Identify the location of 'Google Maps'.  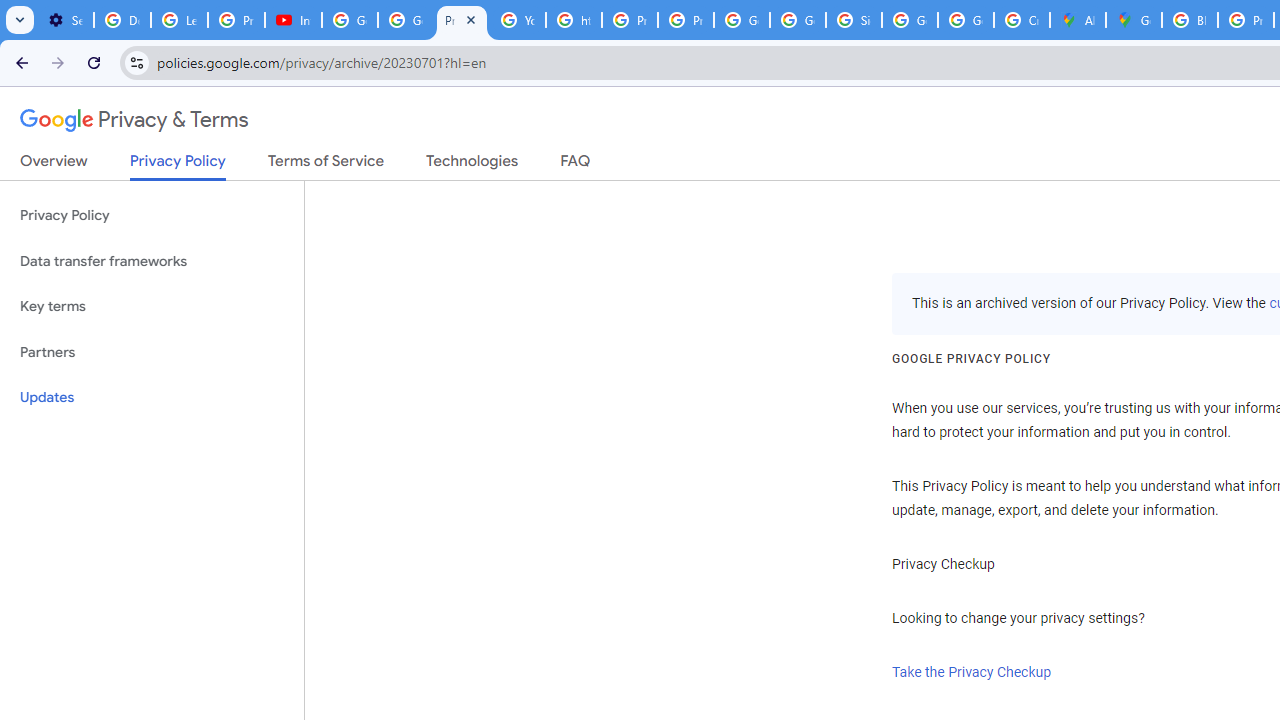
(1134, 20).